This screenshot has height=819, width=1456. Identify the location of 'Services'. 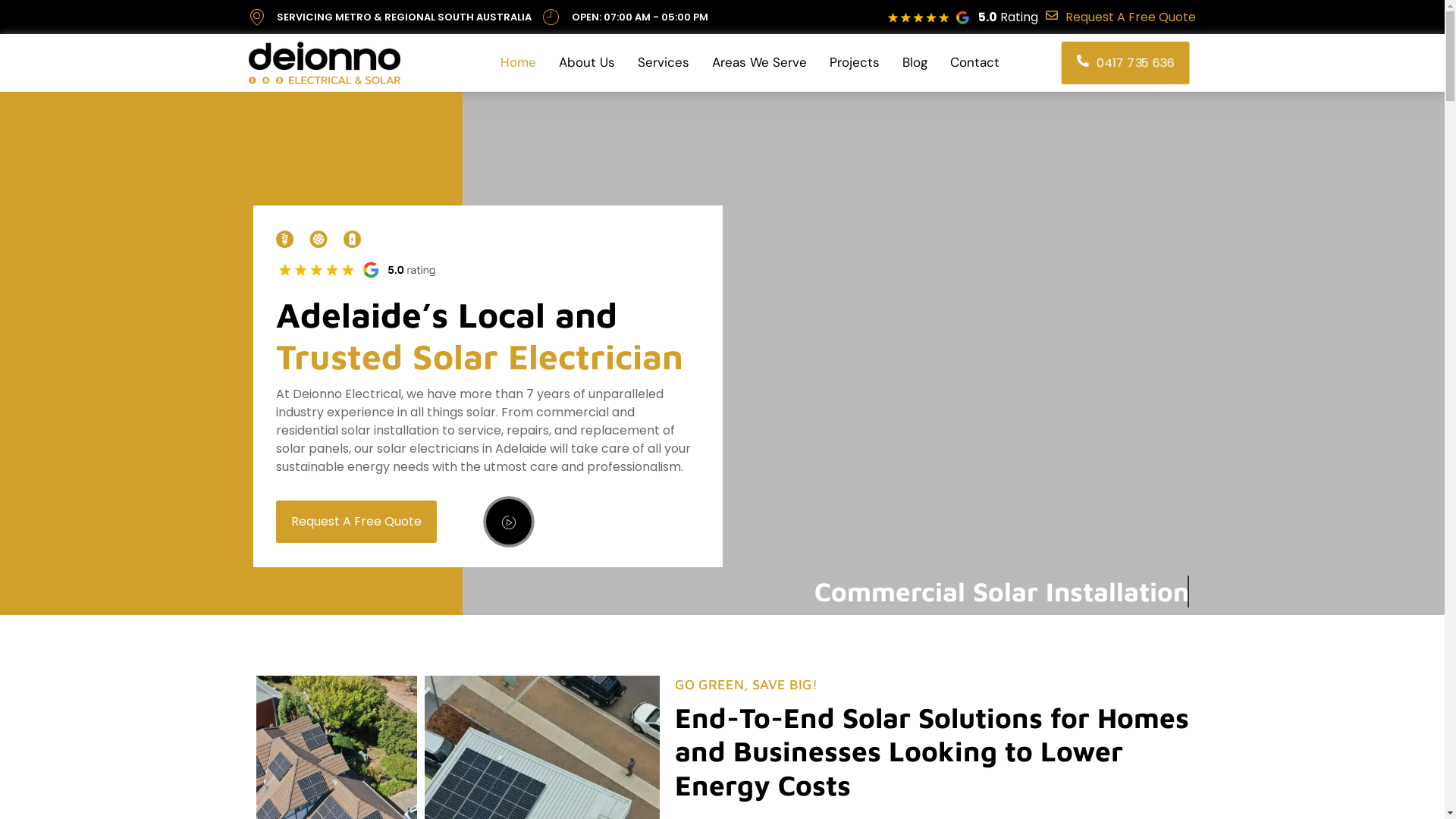
(633, 62).